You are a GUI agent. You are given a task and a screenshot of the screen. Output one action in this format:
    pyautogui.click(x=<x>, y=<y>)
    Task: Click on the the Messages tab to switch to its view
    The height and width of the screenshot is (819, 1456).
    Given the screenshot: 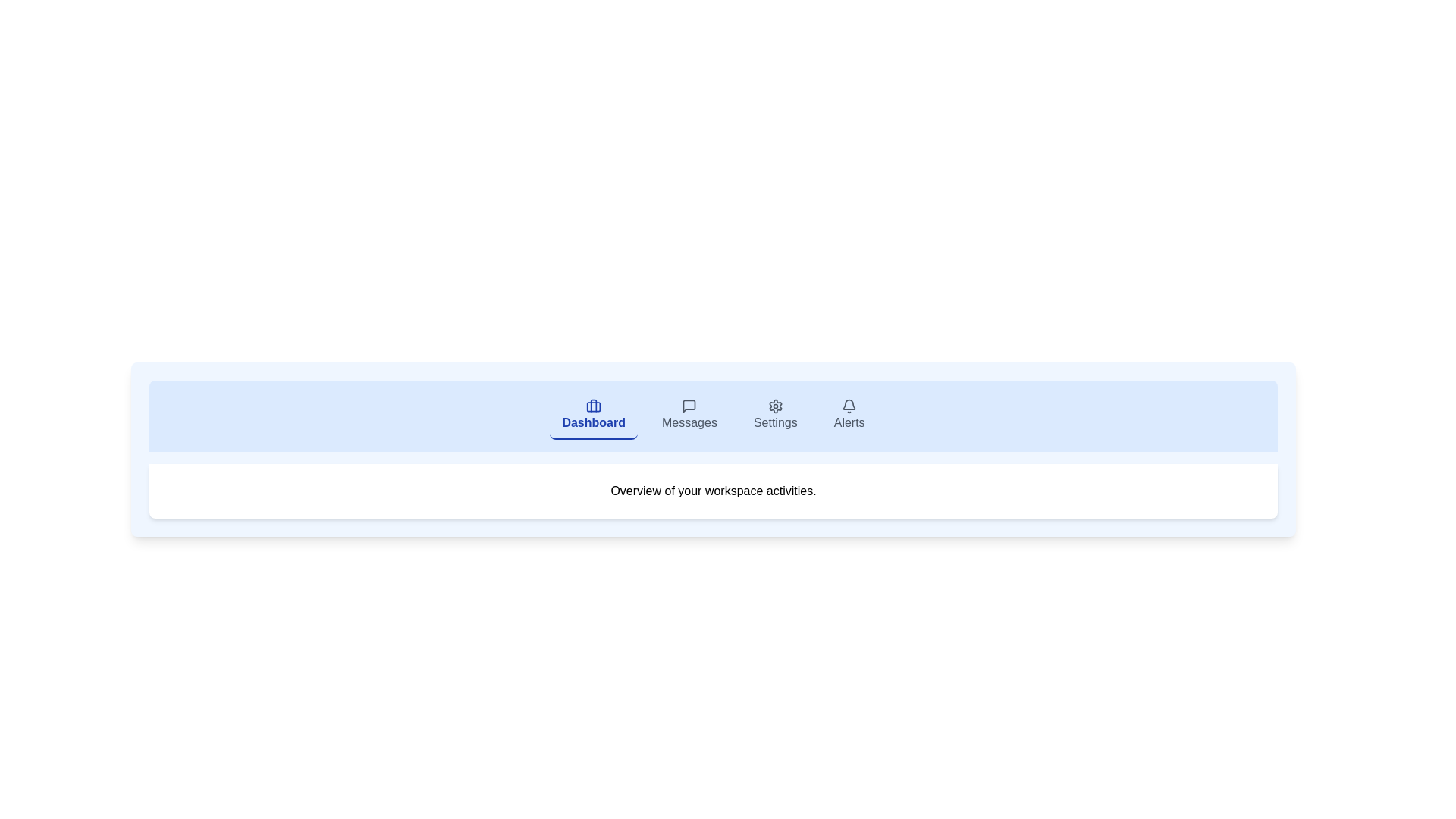 What is the action you would take?
    pyautogui.click(x=688, y=416)
    